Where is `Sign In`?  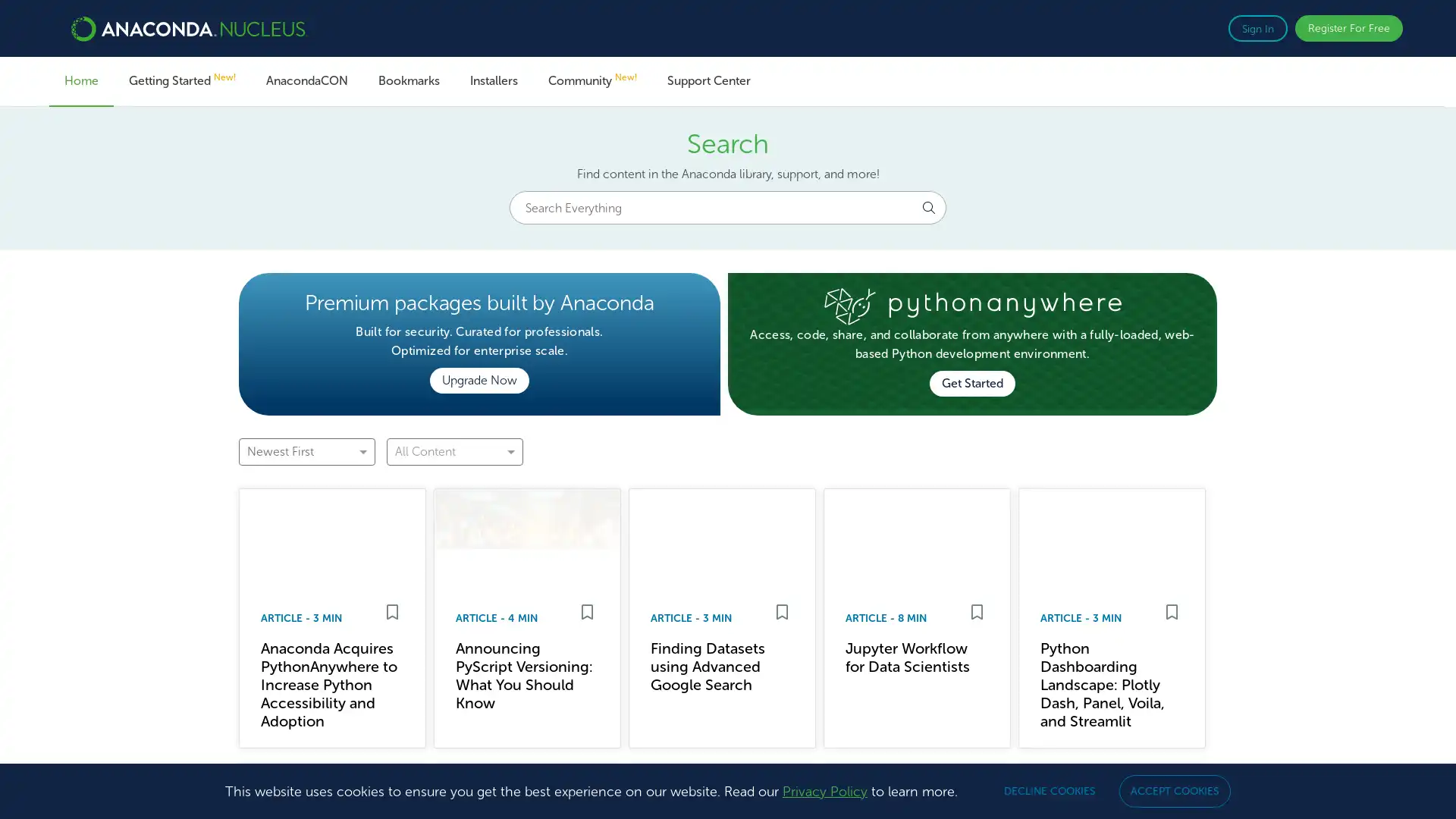
Sign In is located at coordinates (1258, 28).